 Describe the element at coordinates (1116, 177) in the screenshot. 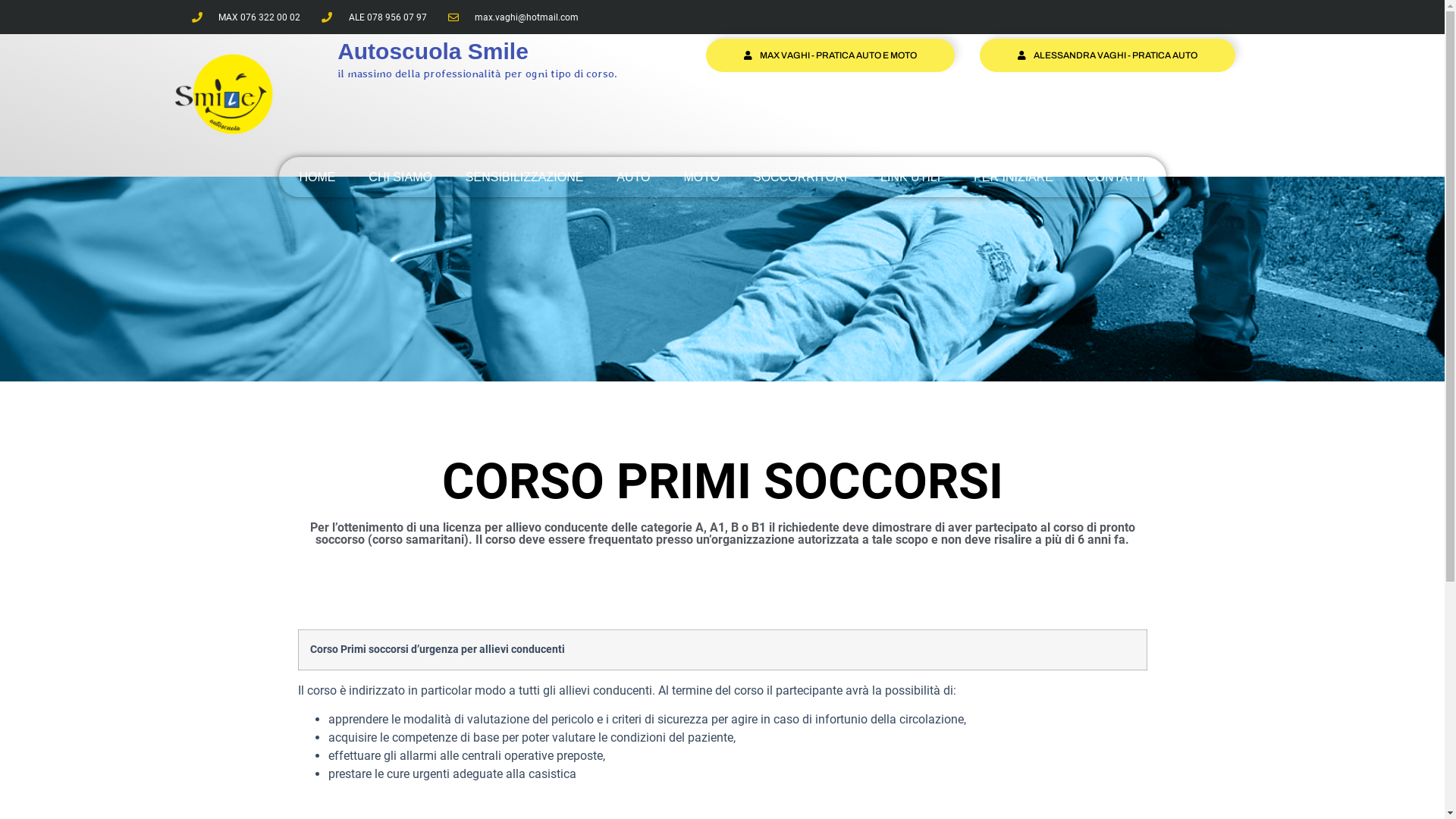

I see `'CONTATTI'` at that location.